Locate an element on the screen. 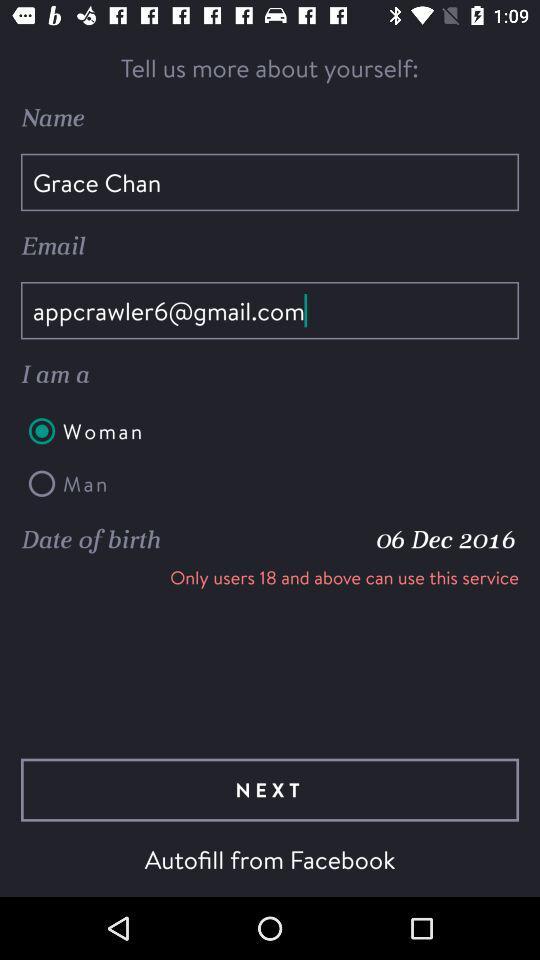  item below the only users 18 is located at coordinates (270, 790).